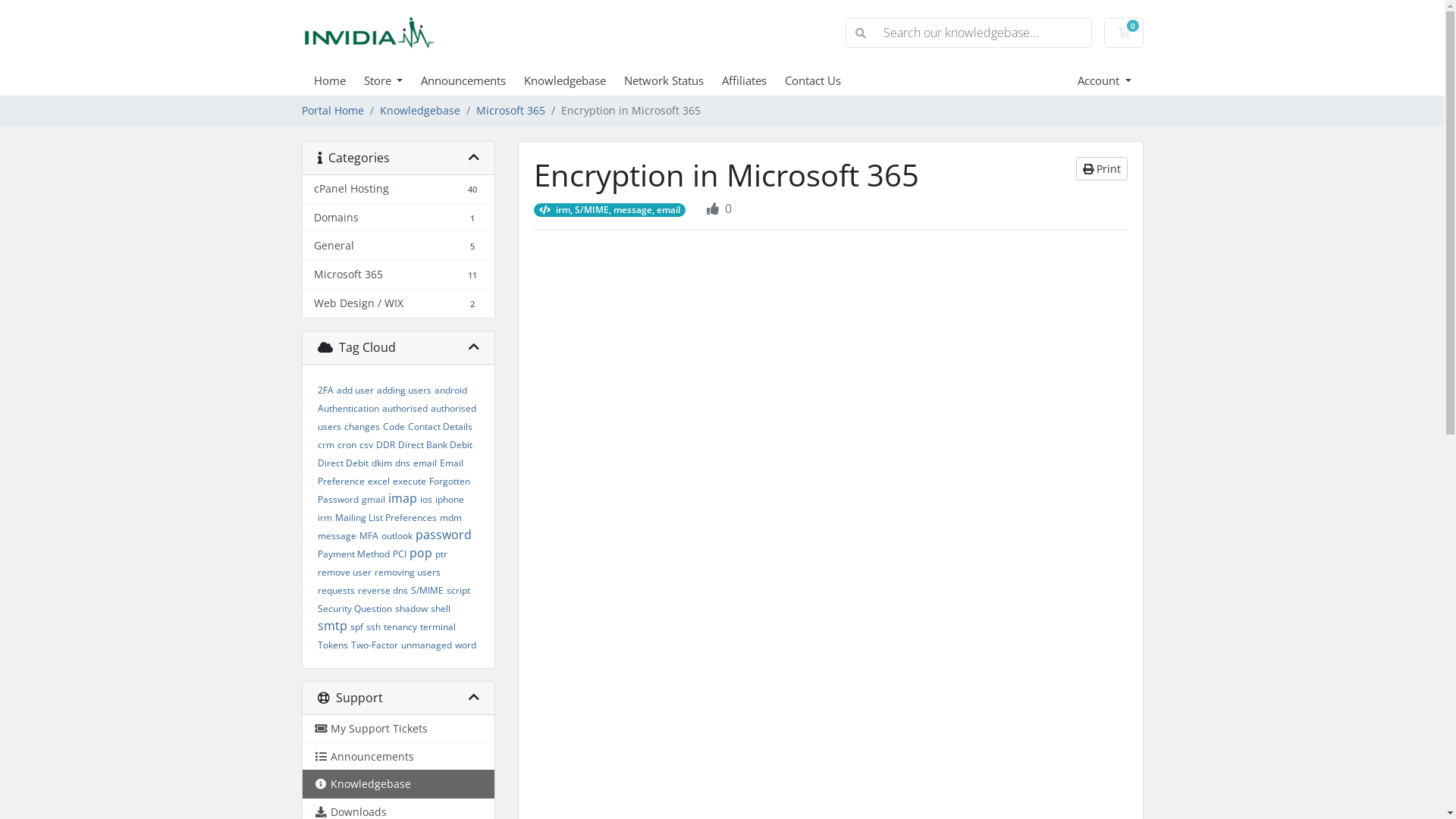 The height and width of the screenshot is (819, 1456). I want to click on 'Microsoft 365, so click(397, 275).